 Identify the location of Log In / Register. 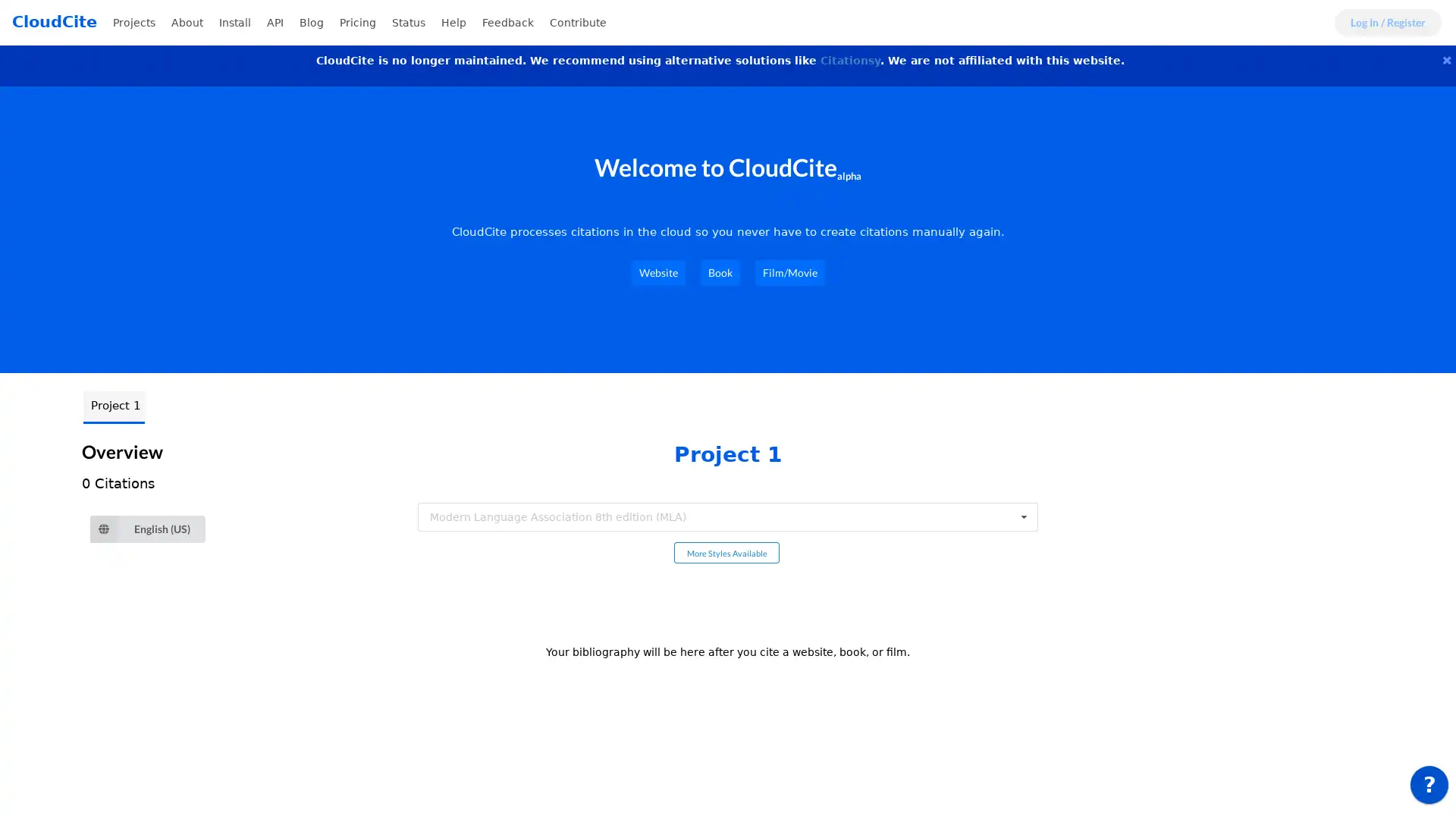
(1388, 23).